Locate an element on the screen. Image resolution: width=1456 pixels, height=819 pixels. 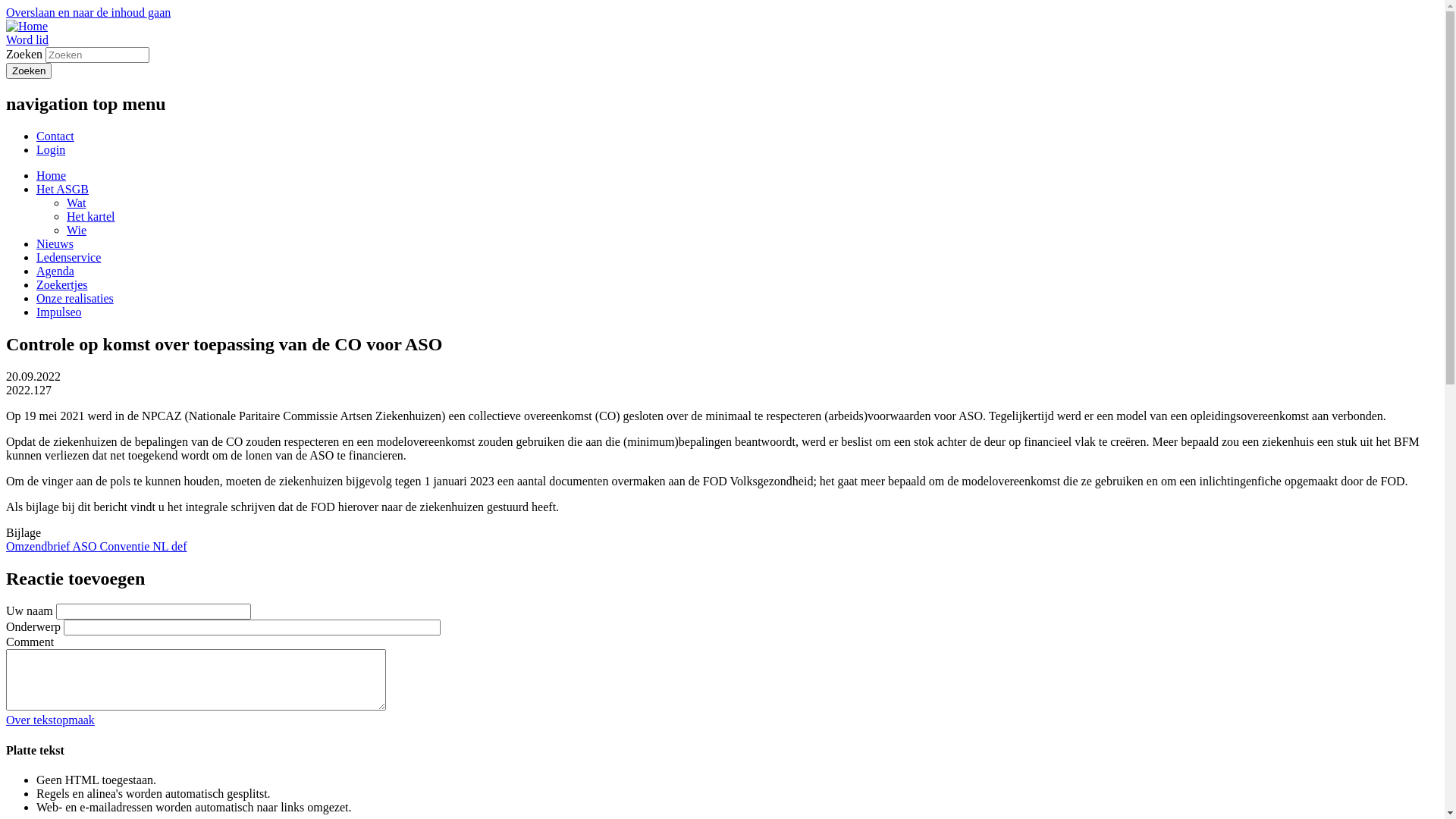
'Overslaan en naar de inhoud gaan' is located at coordinates (87, 12).